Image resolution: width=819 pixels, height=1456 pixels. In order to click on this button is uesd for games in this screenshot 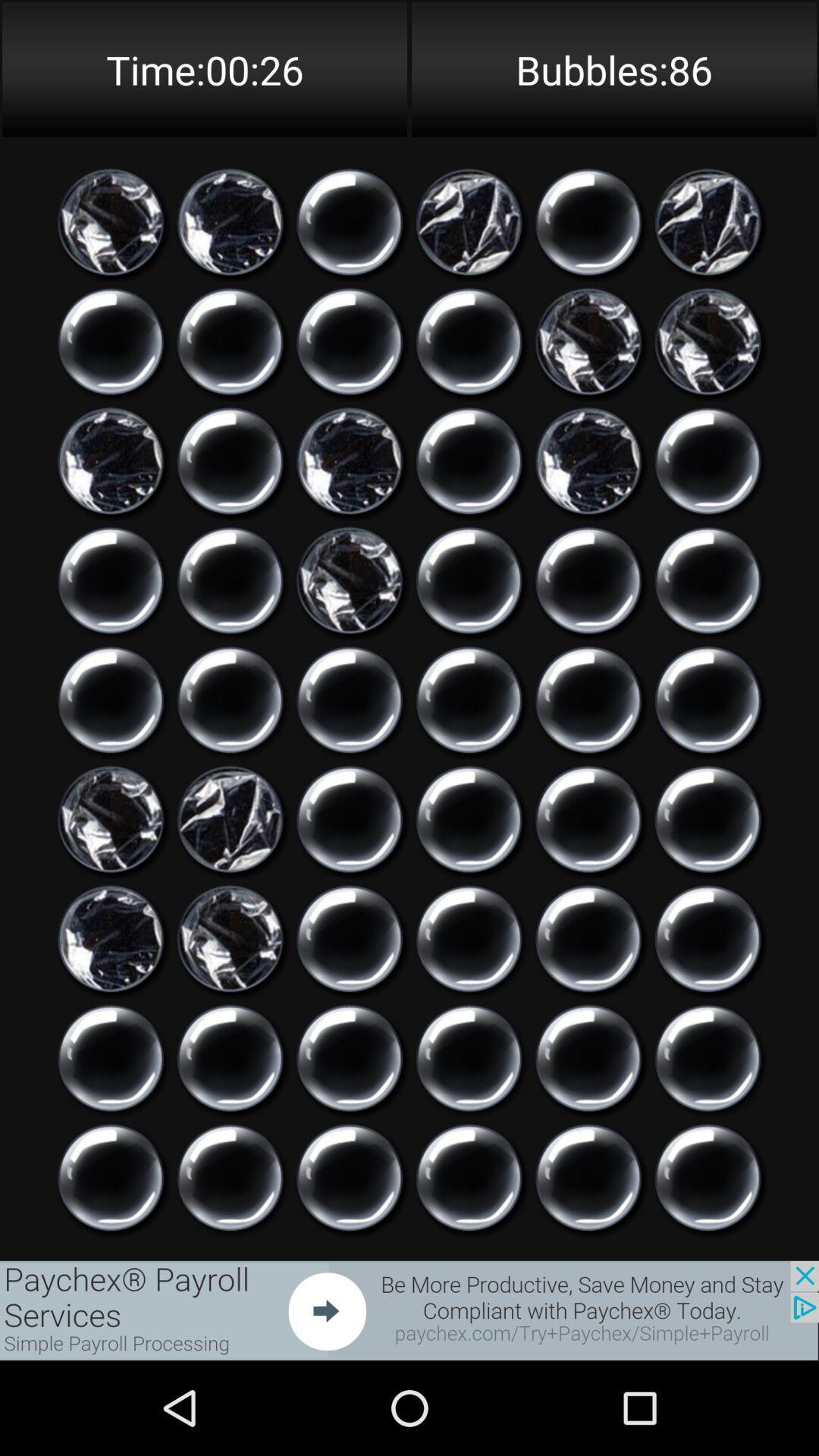, I will do `click(350, 460)`.